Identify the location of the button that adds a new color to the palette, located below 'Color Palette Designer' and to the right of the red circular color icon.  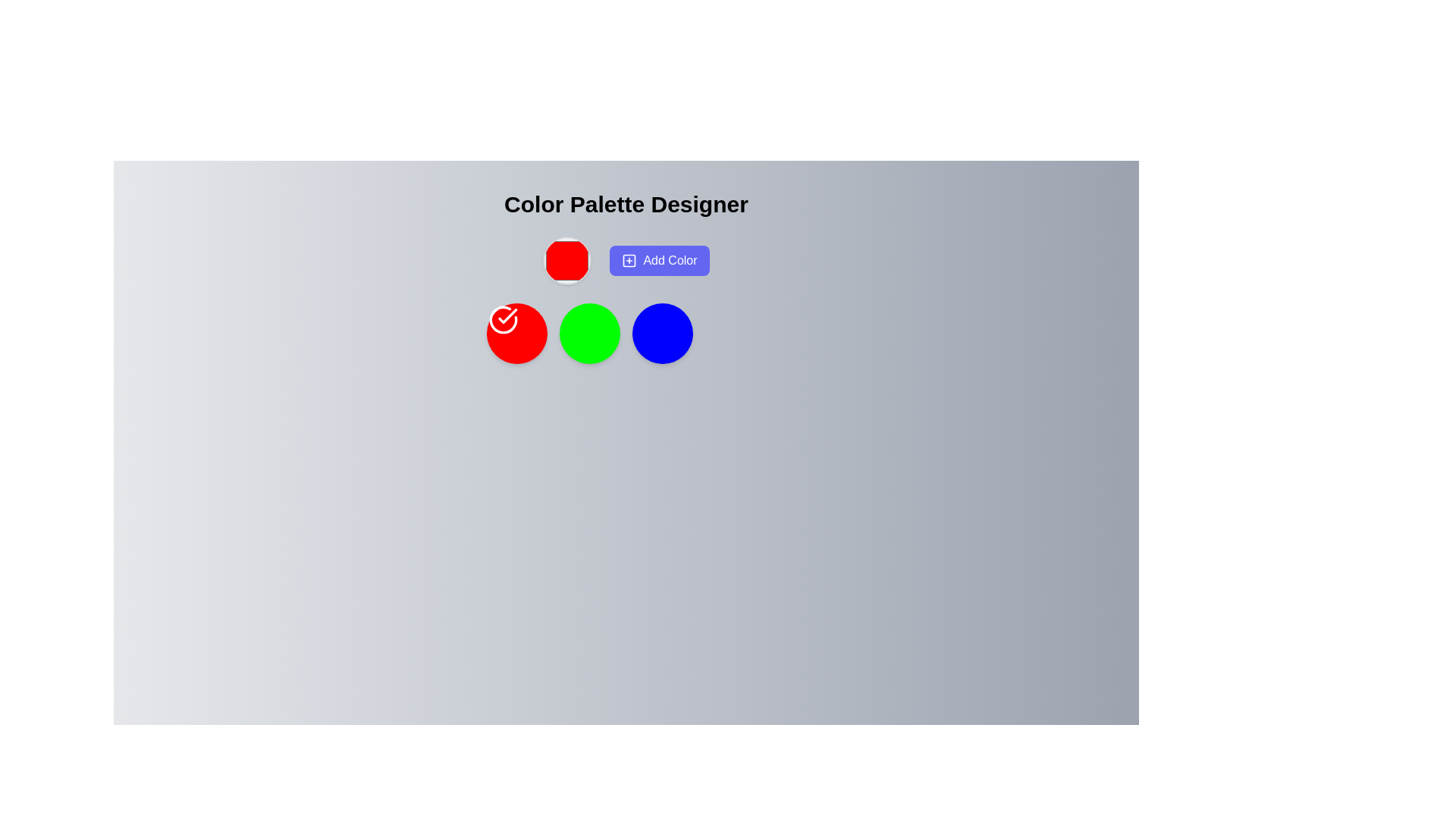
(626, 259).